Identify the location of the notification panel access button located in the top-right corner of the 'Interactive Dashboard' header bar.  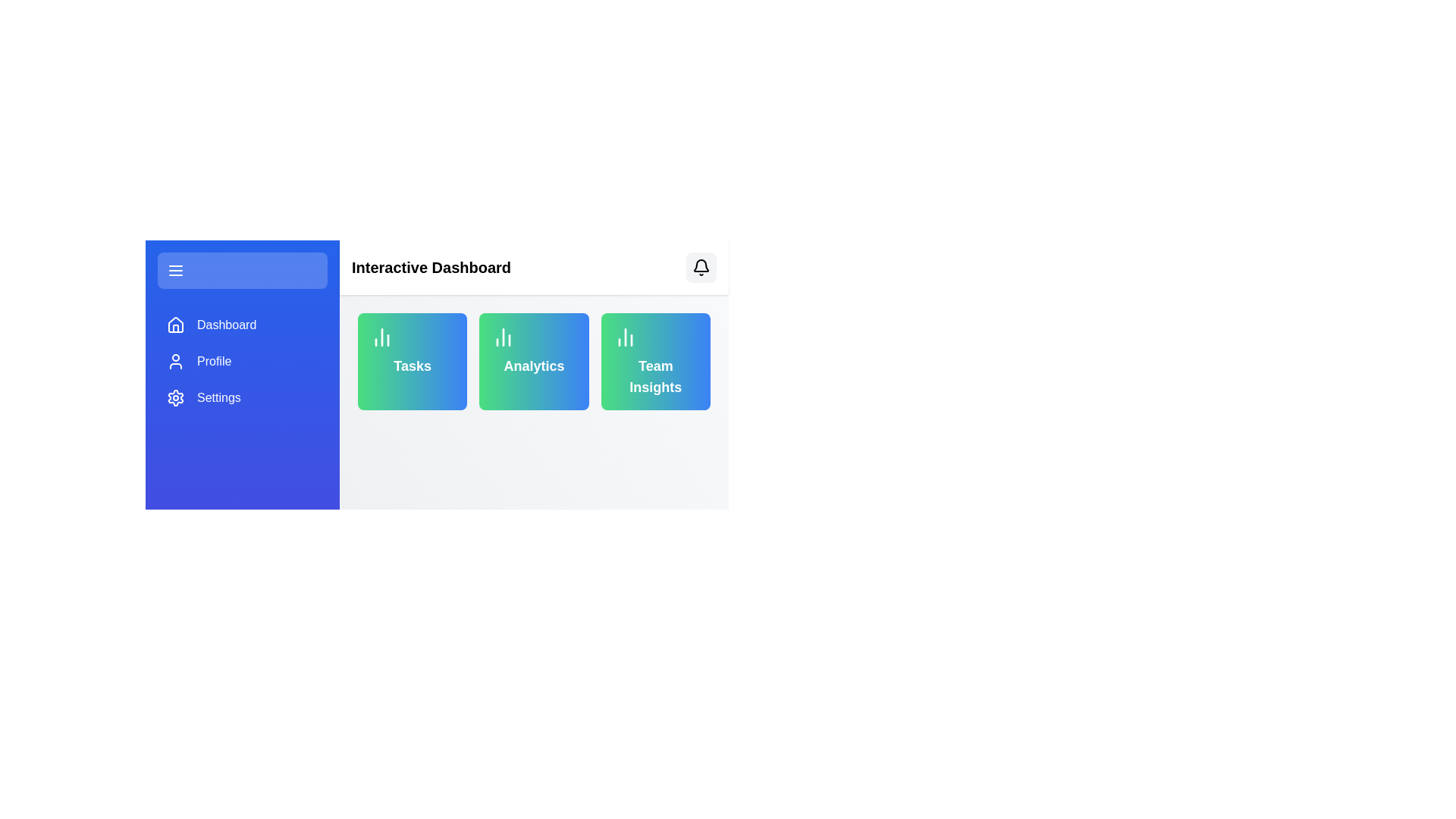
(701, 267).